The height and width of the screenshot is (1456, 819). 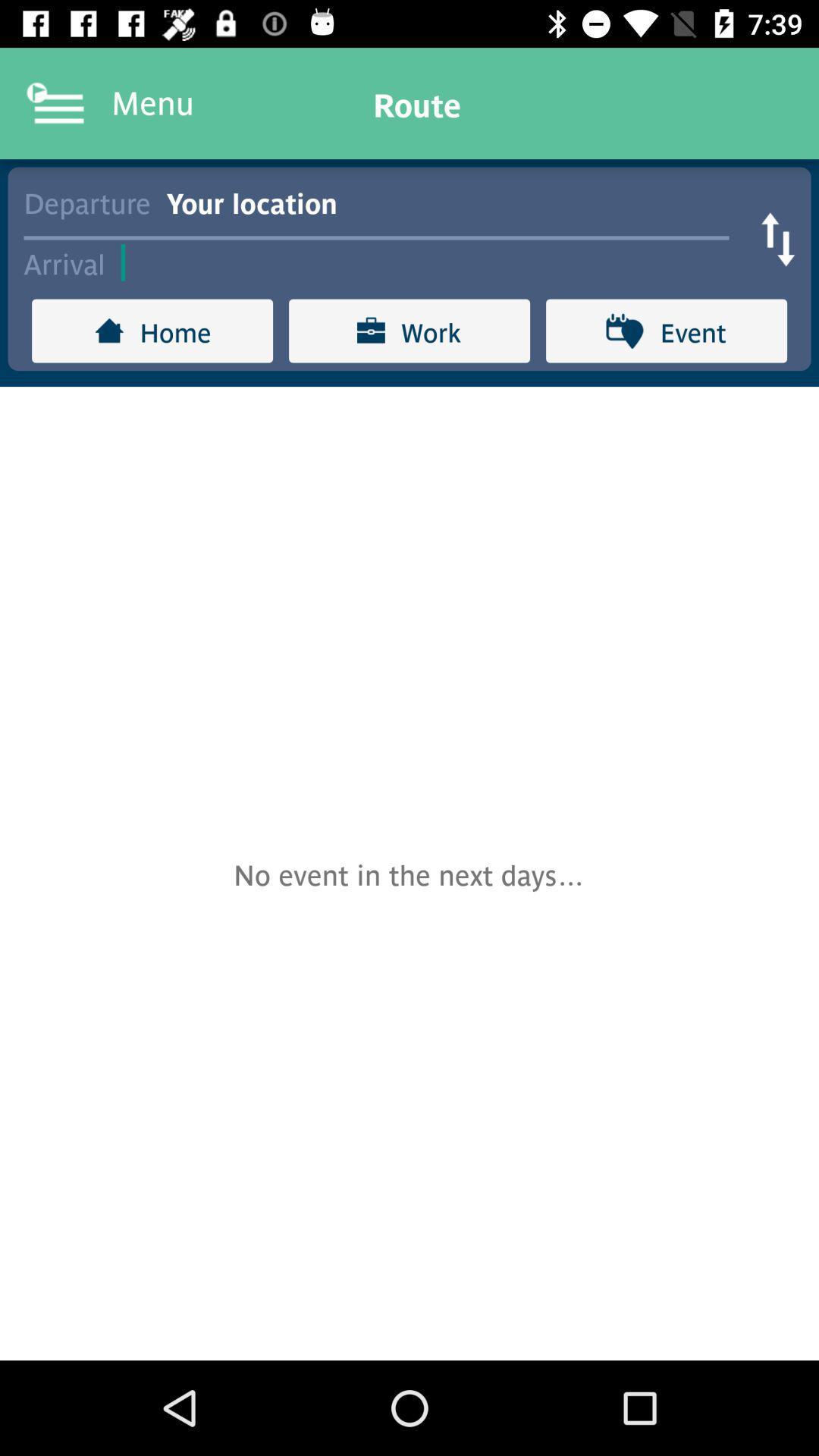 What do you see at coordinates (433, 262) in the screenshot?
I see `item to the right of arrival item` at bounding box center [433, 262].